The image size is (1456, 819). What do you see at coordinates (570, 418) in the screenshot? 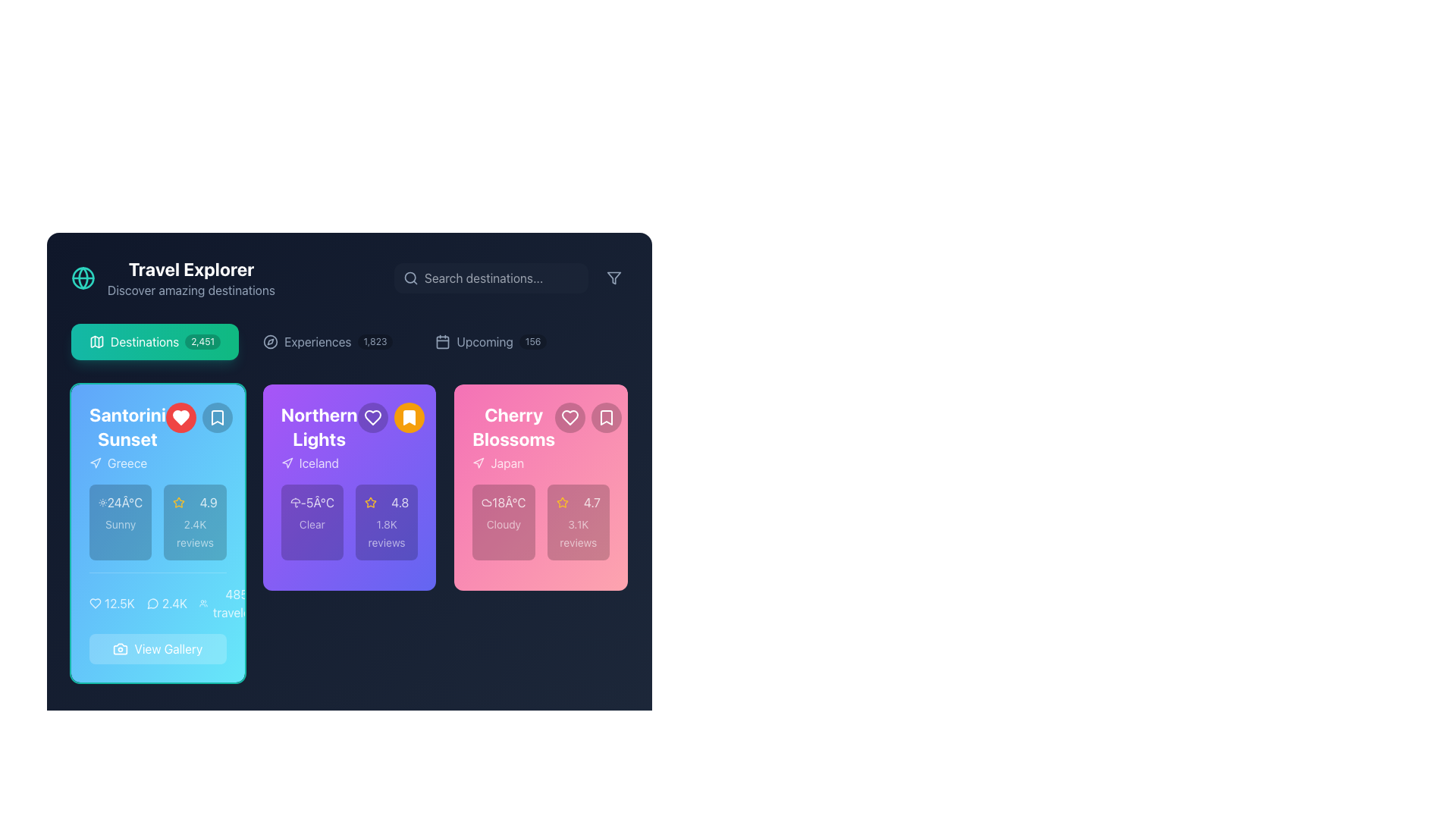
I see `the favorite or like icon button located at the top-right corner of the 'Cherry Blossoms' card` at bounding box center [570, 418].